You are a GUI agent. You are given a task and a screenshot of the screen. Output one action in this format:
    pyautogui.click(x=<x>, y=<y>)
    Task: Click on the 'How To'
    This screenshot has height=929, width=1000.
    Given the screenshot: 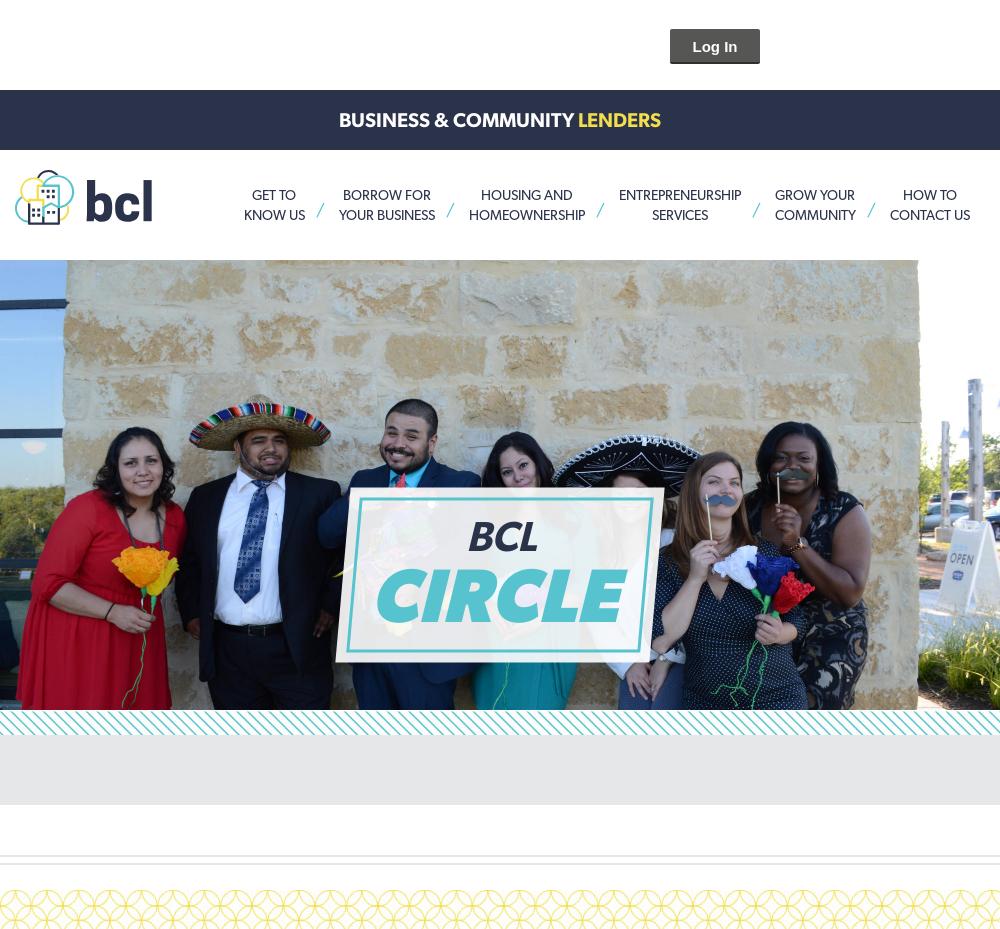 What is the action you would take?
    pyautogui.click(x=902, y=193)
    